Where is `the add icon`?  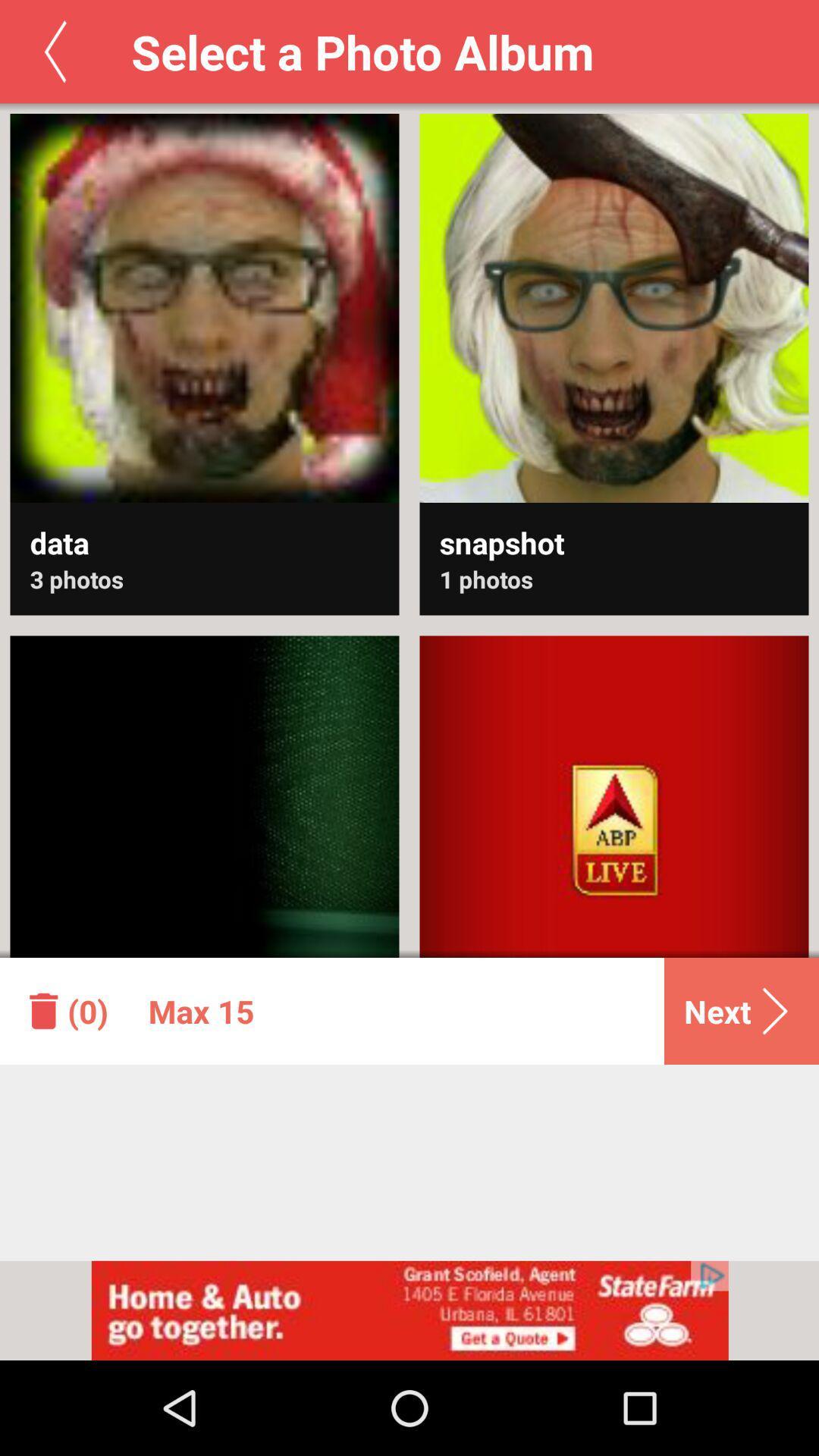 the add icon is located at coordinates (408, 821).